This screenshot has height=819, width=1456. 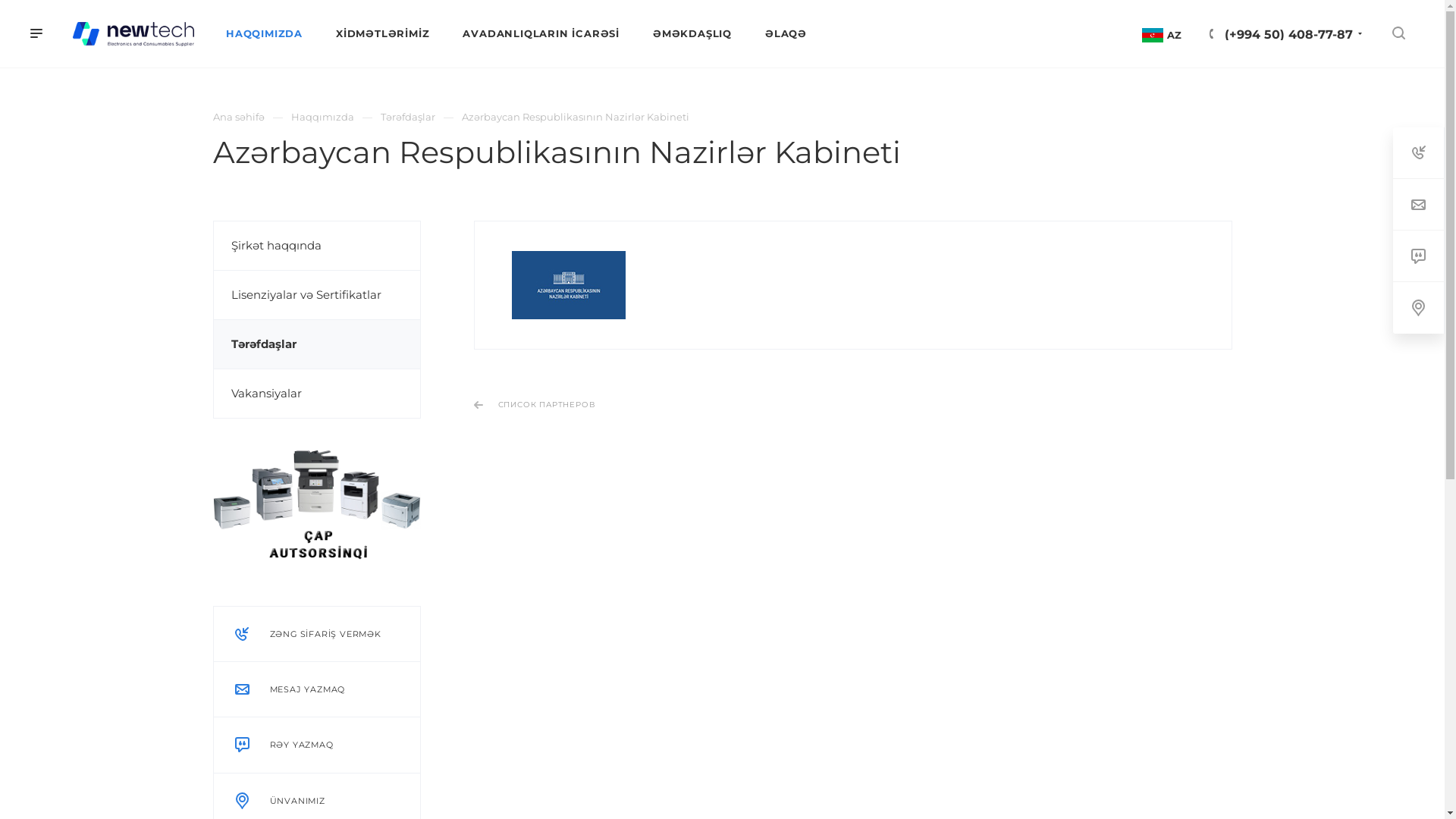 I want to click on '(+994 50) 408-77-87', so click(x=1288, y=34).